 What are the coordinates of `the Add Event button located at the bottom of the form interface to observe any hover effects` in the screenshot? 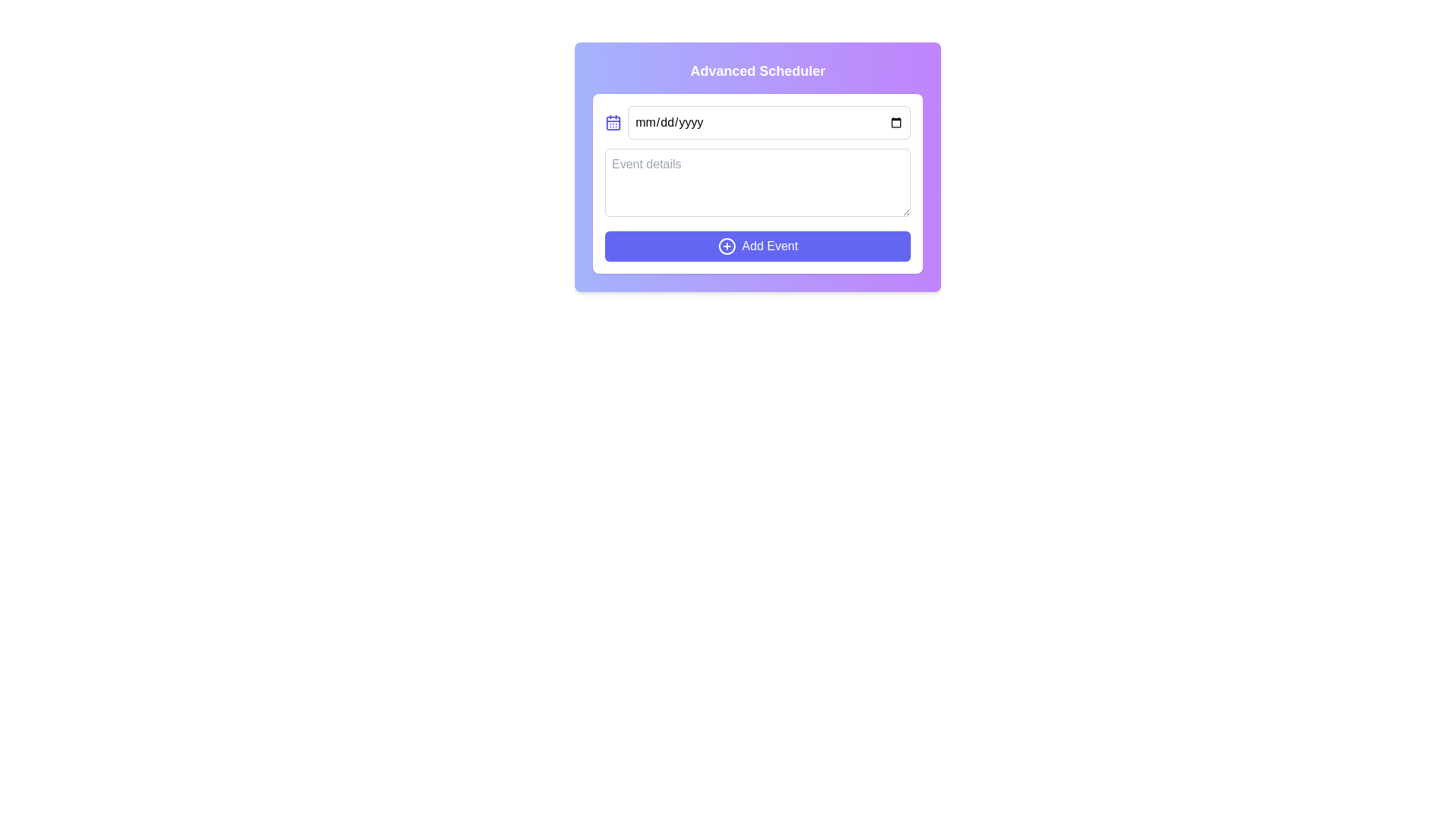 It's located at (758, 245).